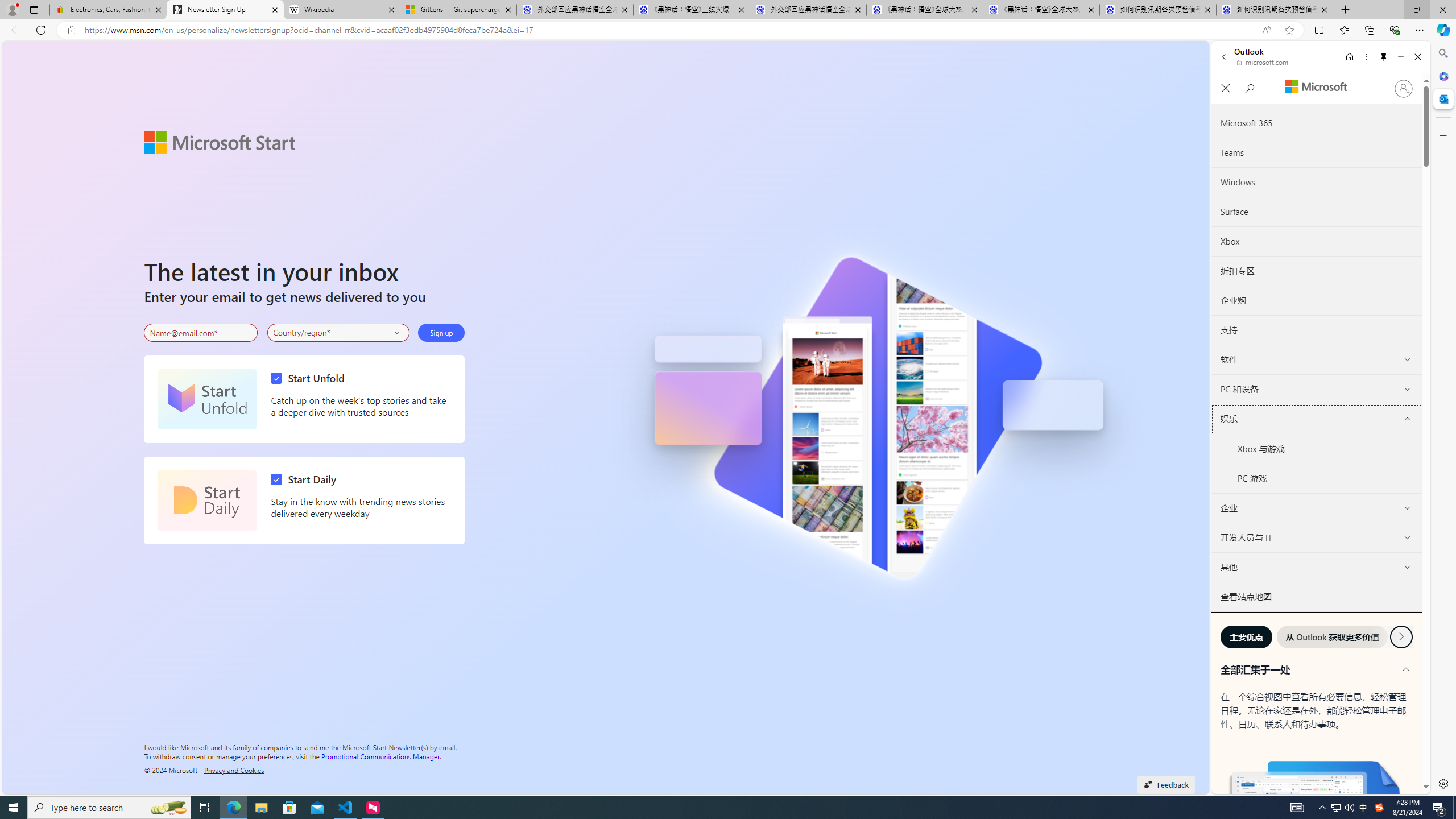 The image size is (1456, 819). Describe the element at coordinates (234, 769) in the screenshot. I see `'Privacy and Cookies'` at that location.